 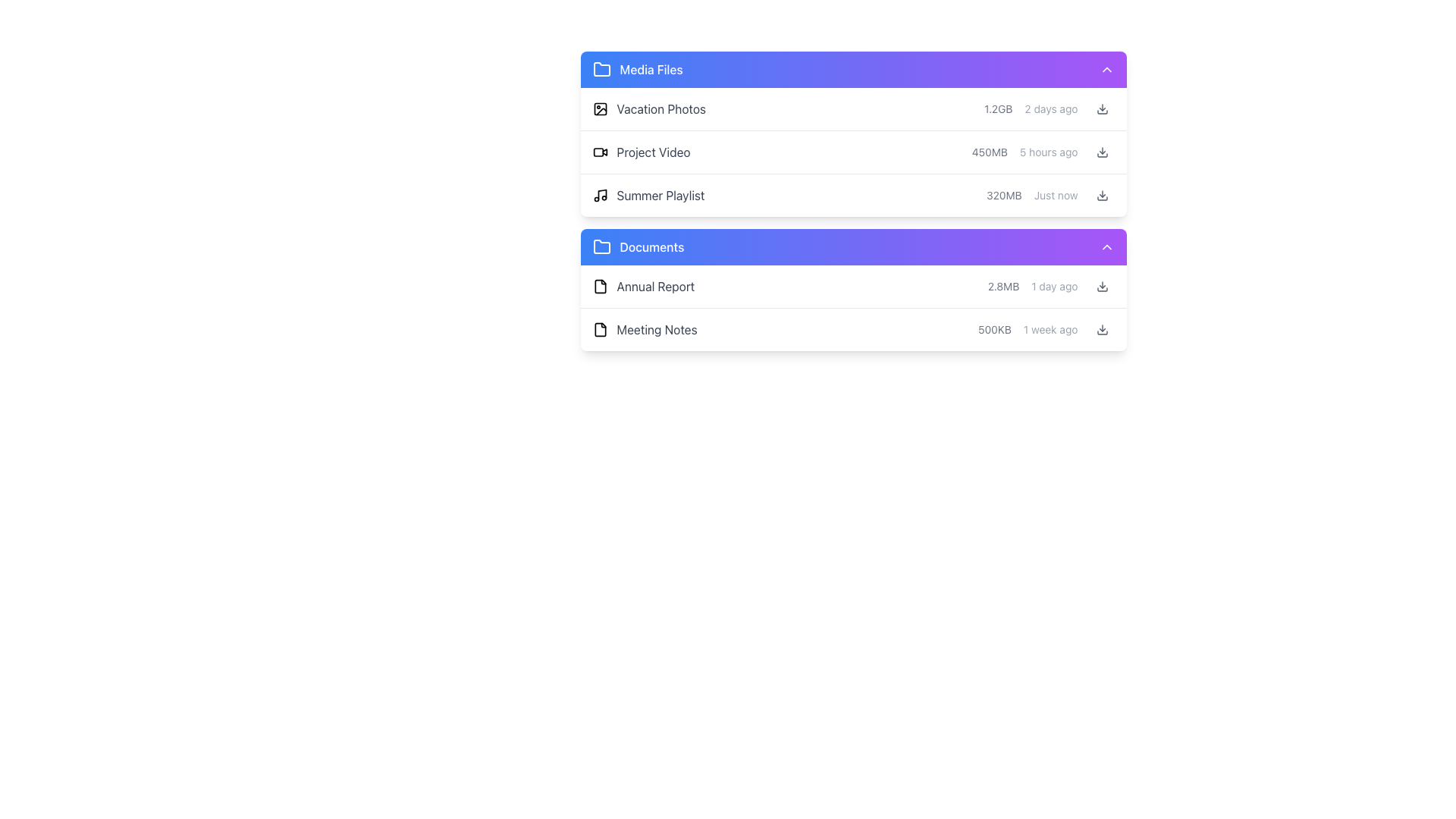 What do you see at coordinates (597, 152) in the screenshot?
I see `the SVG graphical shape that represents the main body of the video icon, positioned towards the left and slightly lower in the group's layout` at bounding box center [597, 152].